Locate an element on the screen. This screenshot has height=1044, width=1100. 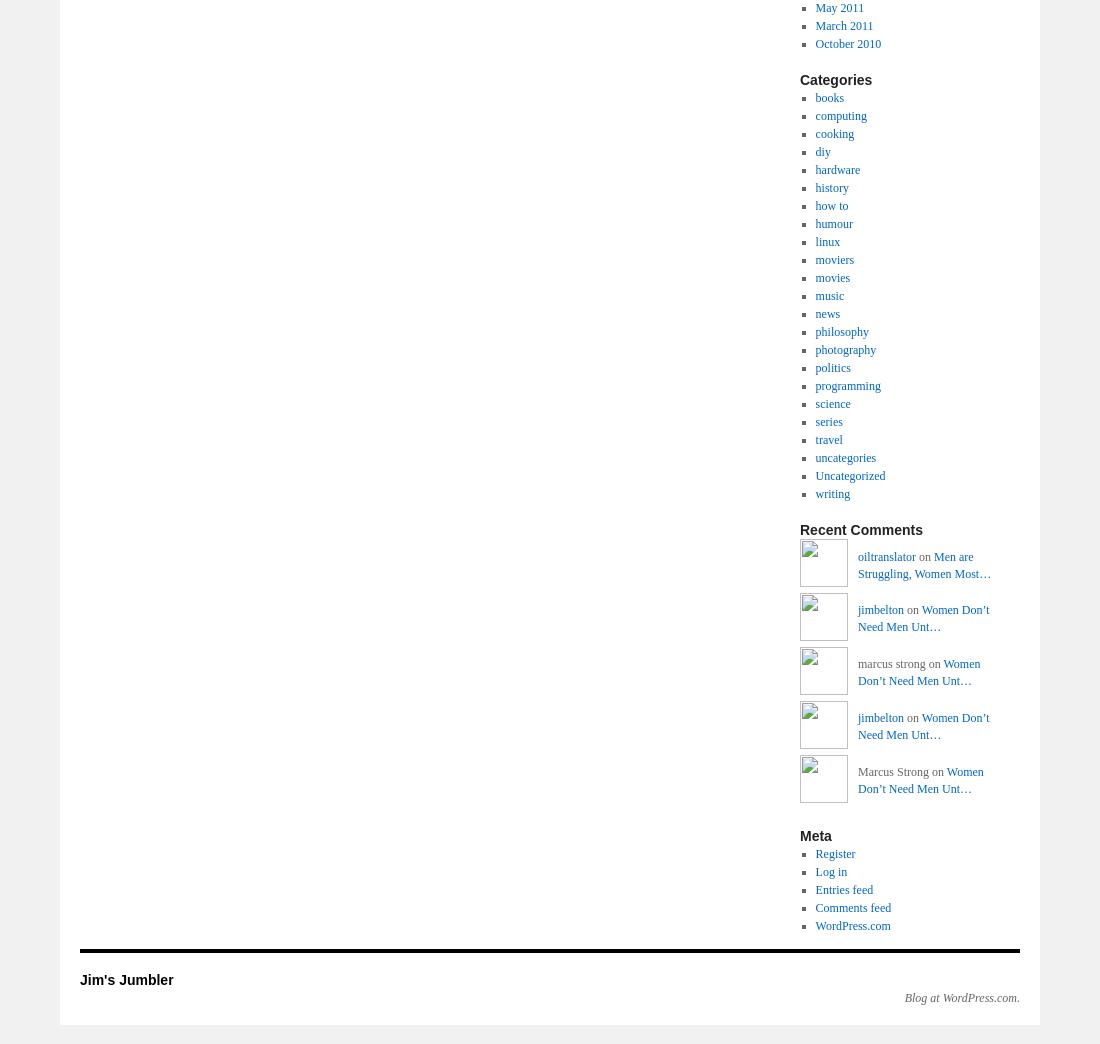
'series' is located at coordinates (827, 420).